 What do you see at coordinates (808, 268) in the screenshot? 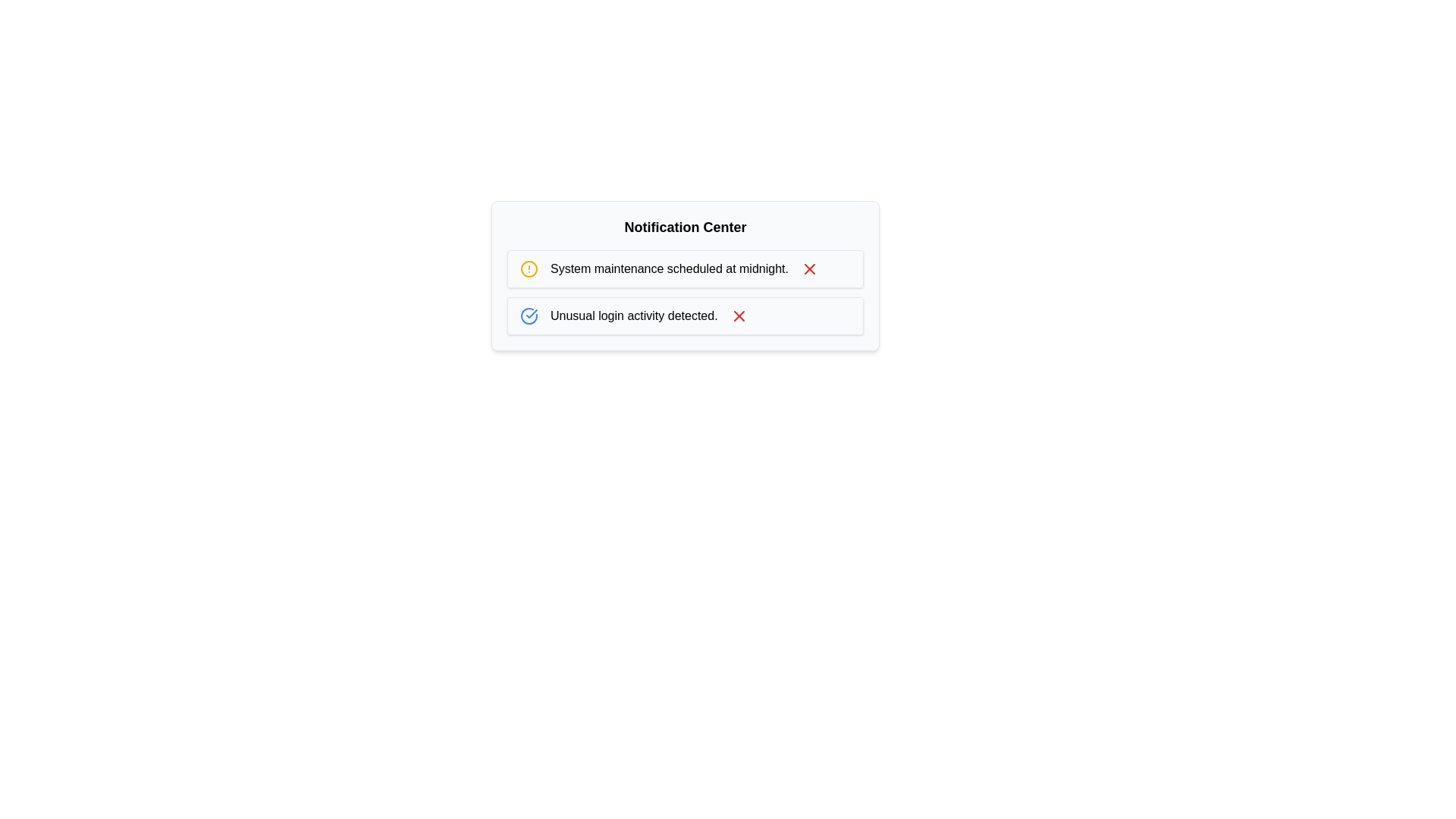
I see `the dismiss button located in the upper-right corner of the notification card that contains the text 'System maintenance scheduled at midnight.'` at bounding box center [808, 268].